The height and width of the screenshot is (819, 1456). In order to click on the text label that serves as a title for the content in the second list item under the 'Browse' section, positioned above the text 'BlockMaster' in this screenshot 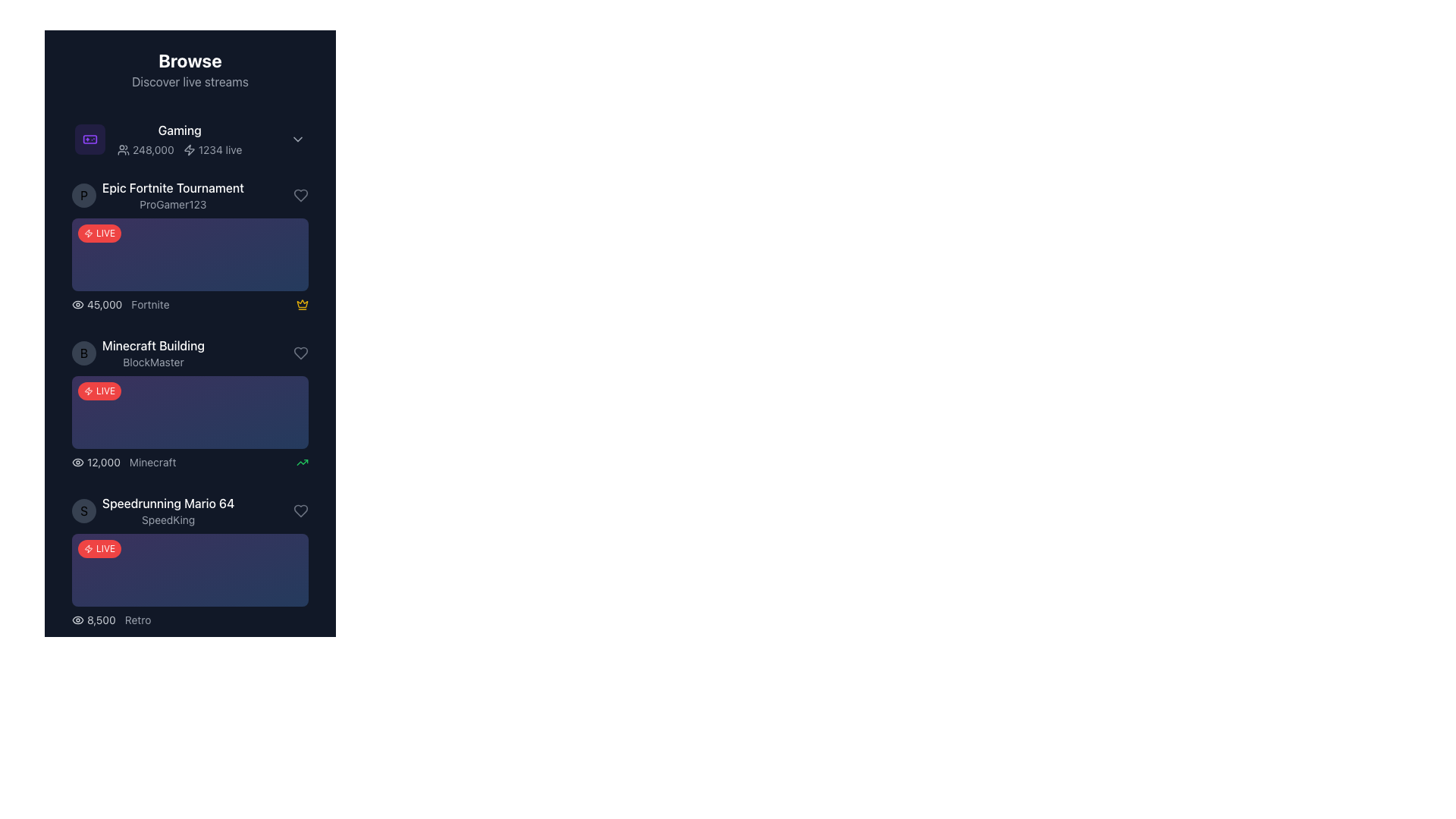, I will do `click(153, 345)`.